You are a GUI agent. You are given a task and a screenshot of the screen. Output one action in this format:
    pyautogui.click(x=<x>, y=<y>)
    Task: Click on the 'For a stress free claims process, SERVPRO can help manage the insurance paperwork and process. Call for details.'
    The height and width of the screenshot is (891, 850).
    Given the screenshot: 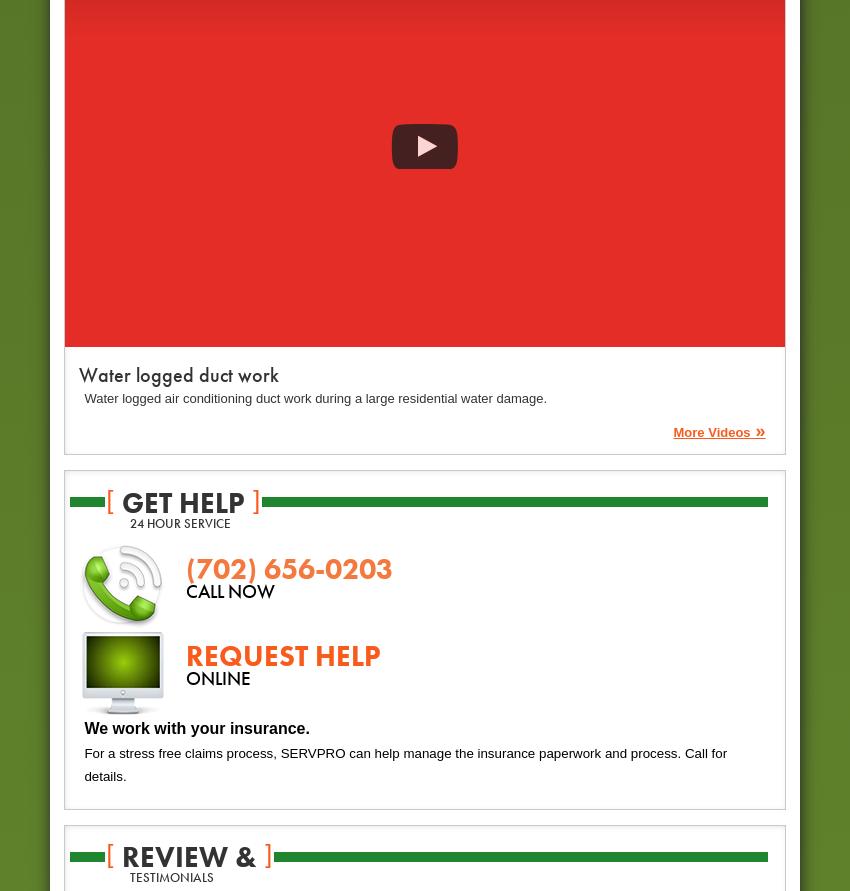 What is the action you would take?
    pyautogui.click(x=405, y=764)
    